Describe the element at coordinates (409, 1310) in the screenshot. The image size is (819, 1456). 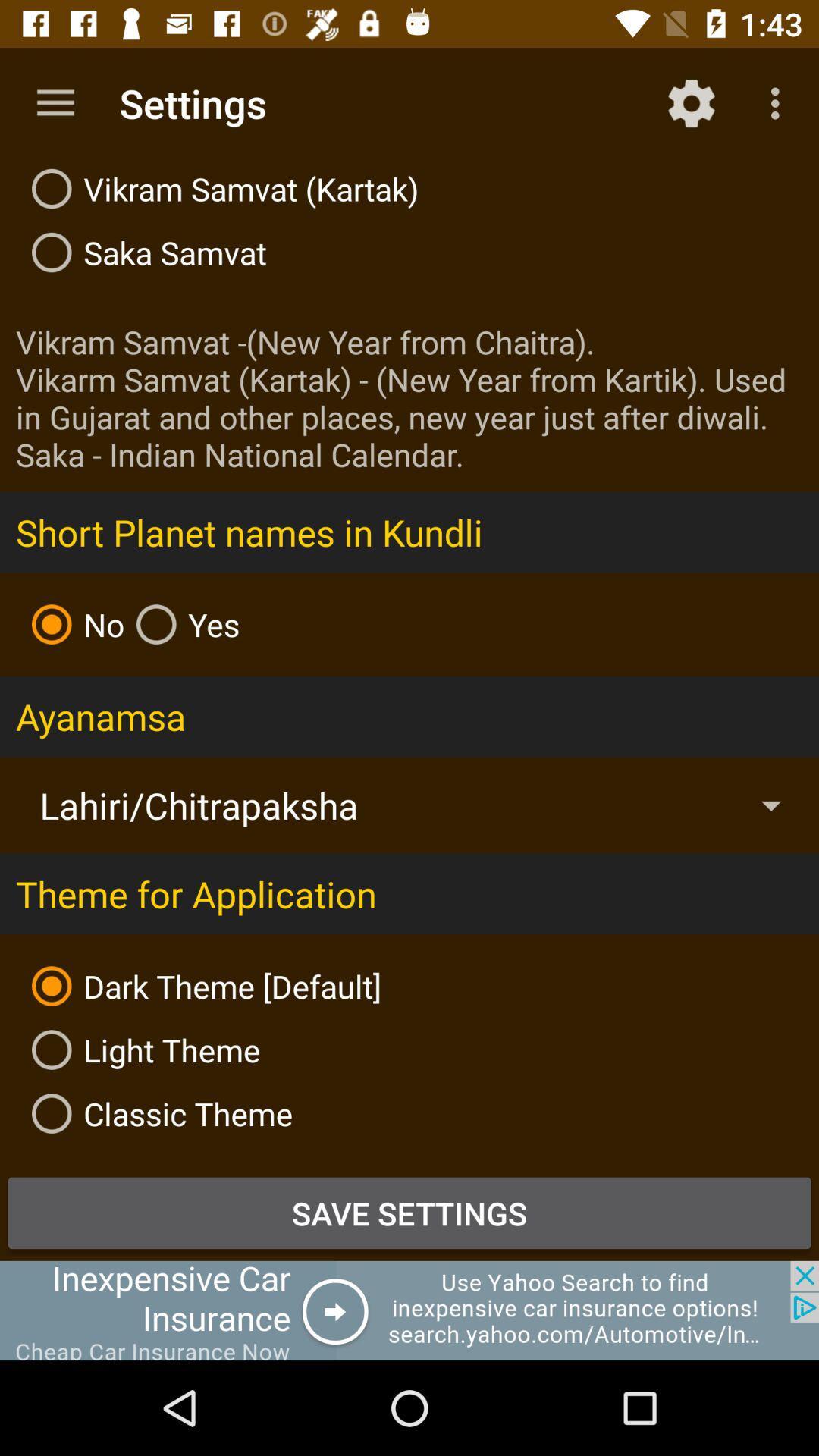
I see `icone` at that location.